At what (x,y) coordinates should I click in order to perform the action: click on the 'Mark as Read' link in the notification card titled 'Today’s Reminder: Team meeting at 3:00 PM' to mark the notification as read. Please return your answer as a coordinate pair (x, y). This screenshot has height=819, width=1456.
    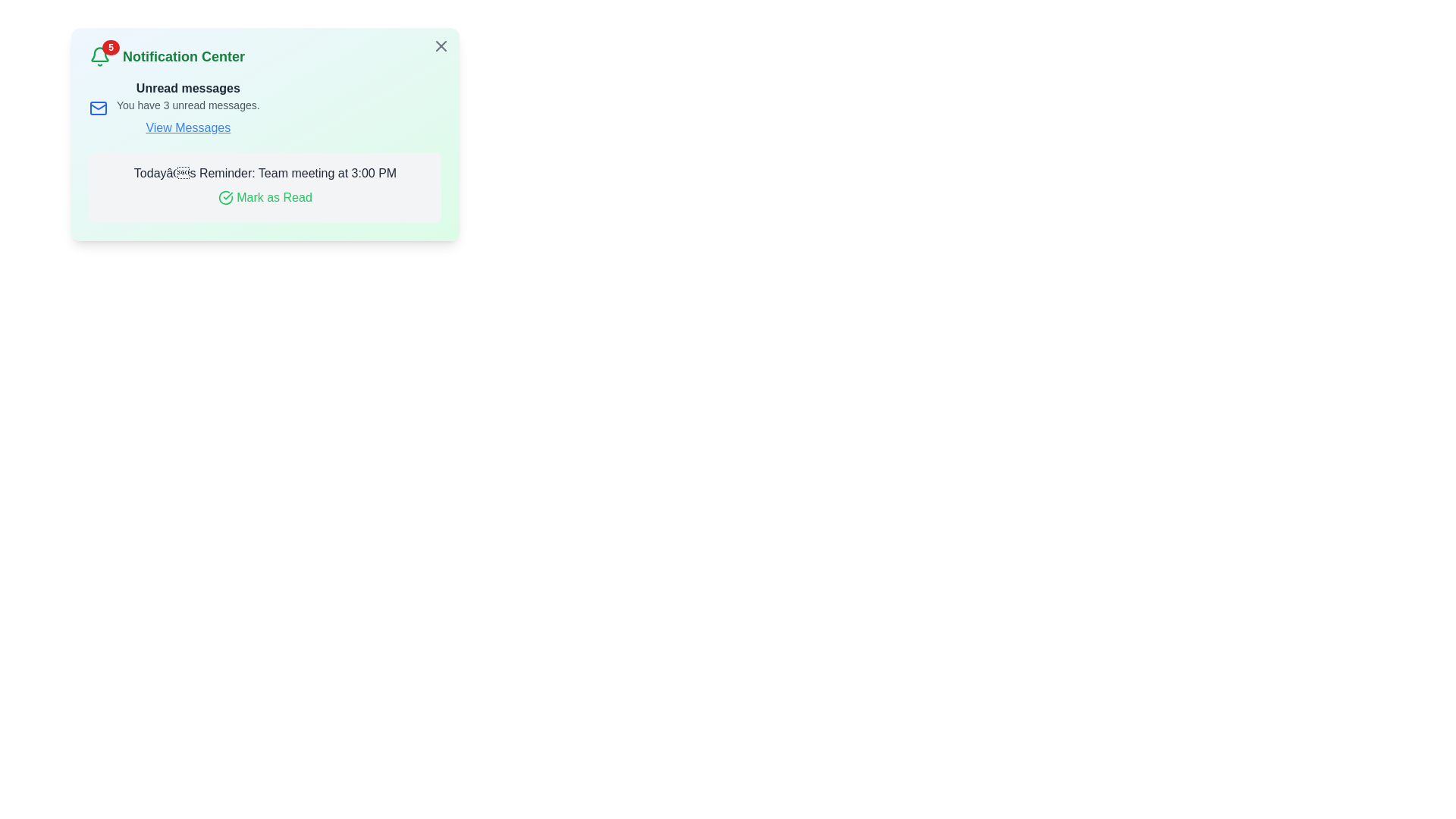
    Looking at the image, I should click on (265, 187).